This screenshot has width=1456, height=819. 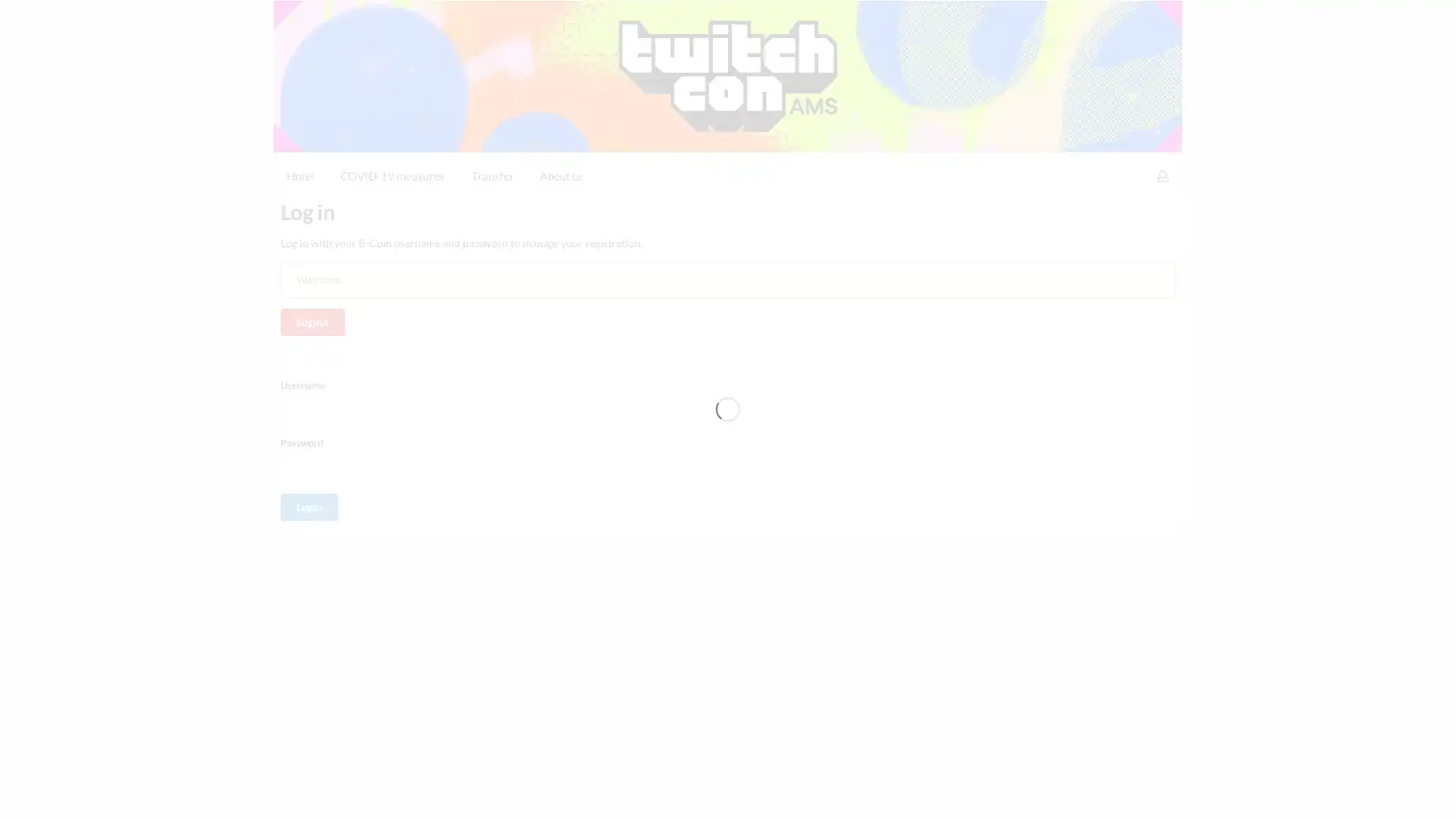 What do you see at coordinates (932, 794) in the screenshot?
I see `Customise Settings` at bounding box center [932, 794].